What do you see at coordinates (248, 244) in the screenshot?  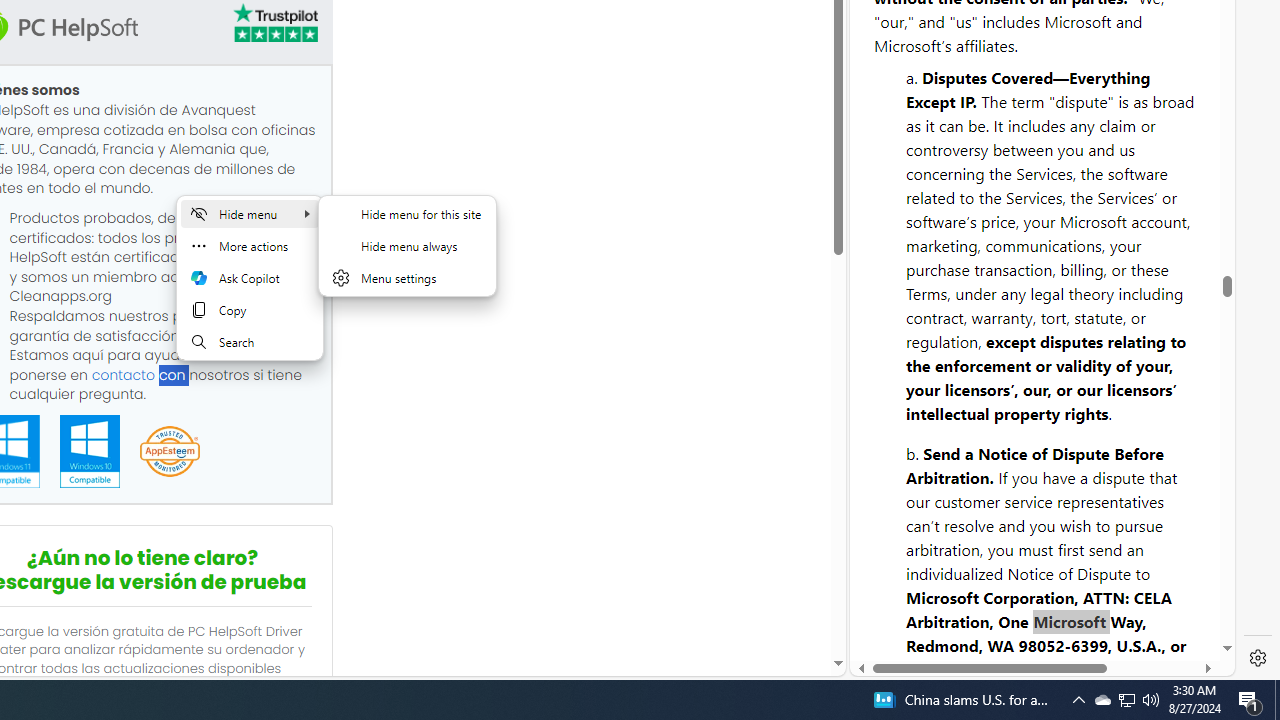 I see `'More actions'` at bounding box center [248, 244].